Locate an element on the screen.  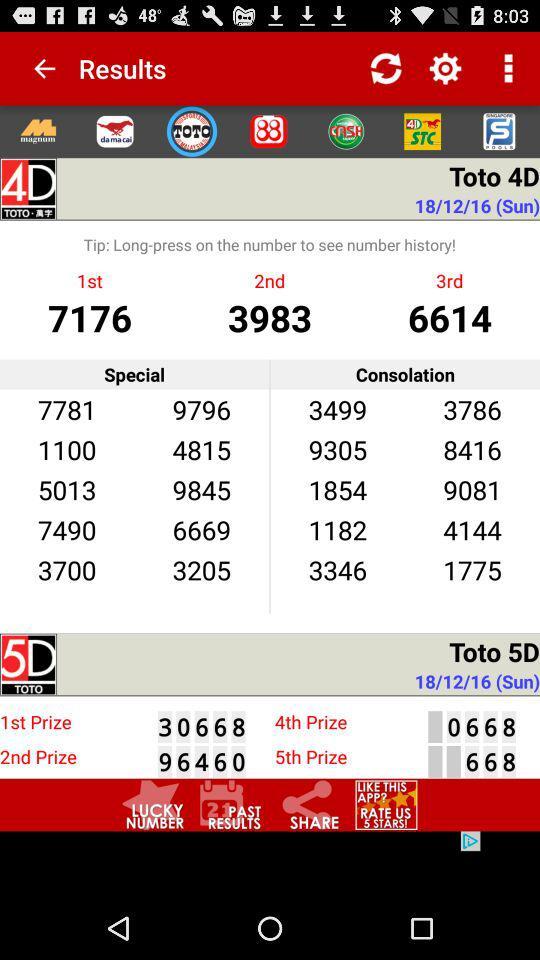
icon next to 3983 item is located at coordinates (449, 317).